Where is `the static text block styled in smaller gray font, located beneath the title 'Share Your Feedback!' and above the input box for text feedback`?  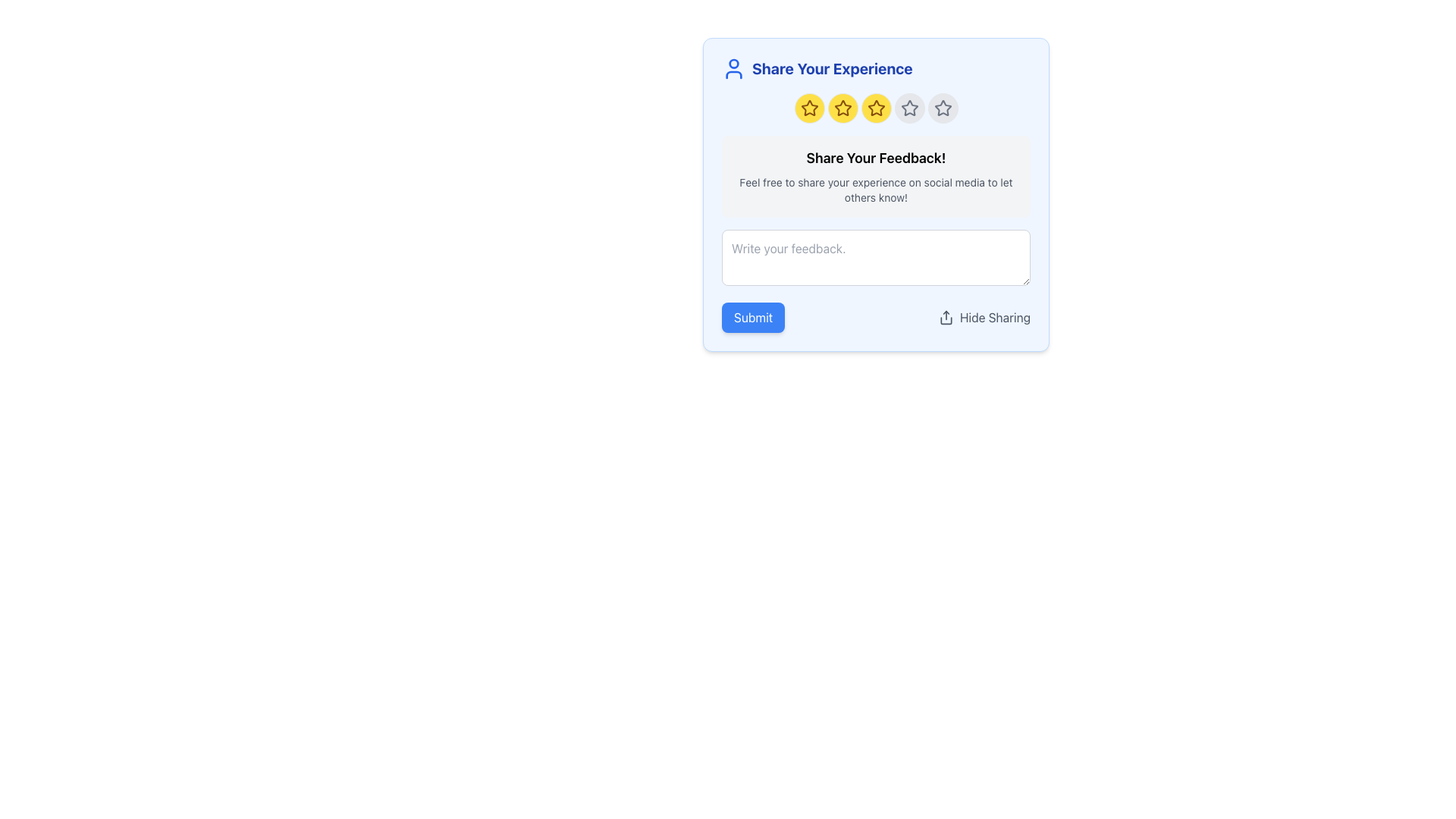 the static text block styled in smaller gray font, located beneath the title 'Share Your Feedback!' and above the input box for text feedback is located at coordinates (876, 189).